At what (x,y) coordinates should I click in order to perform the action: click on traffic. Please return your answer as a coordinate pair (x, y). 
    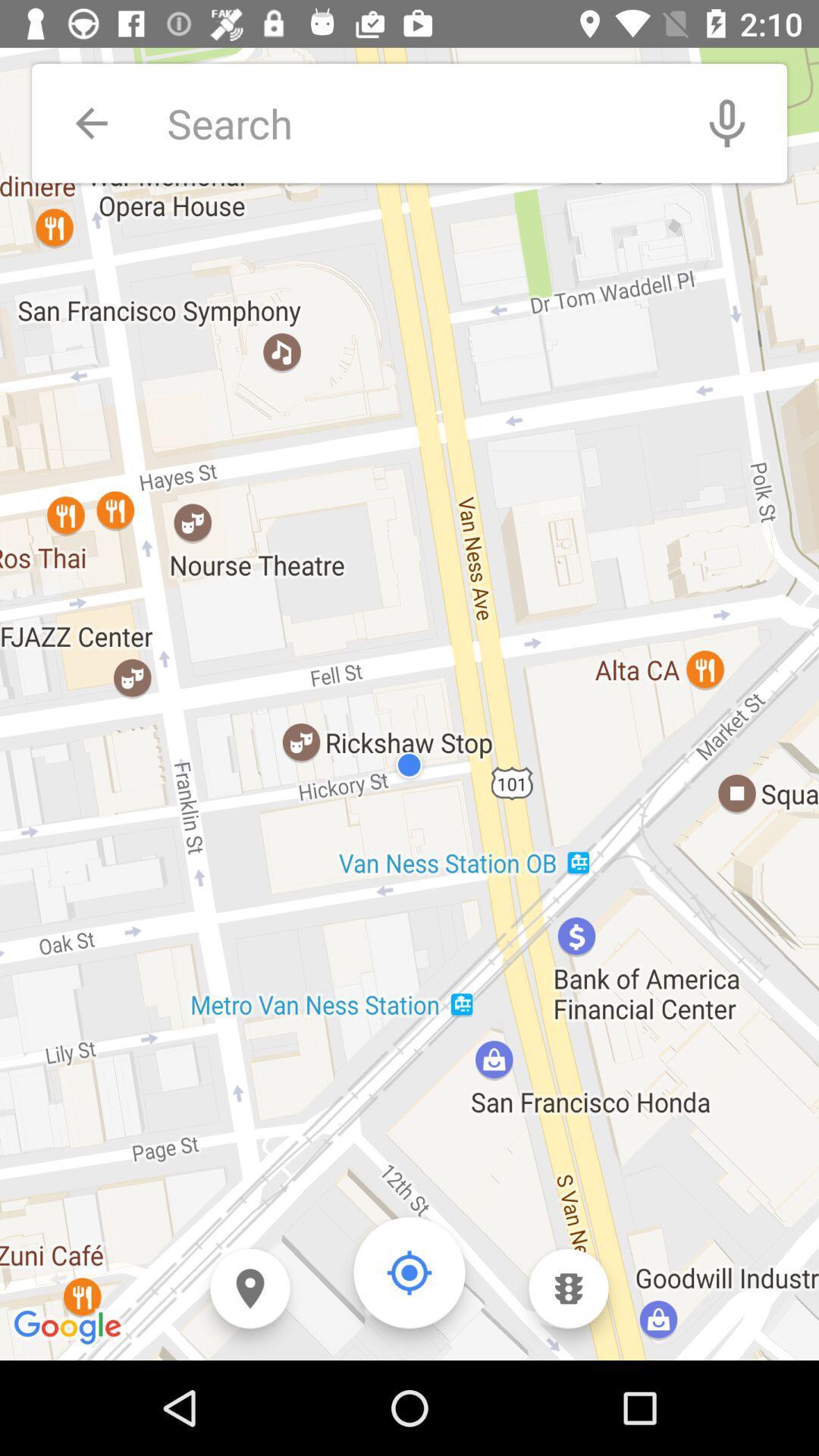
    Looking at the image, I should click on (568, 1288).